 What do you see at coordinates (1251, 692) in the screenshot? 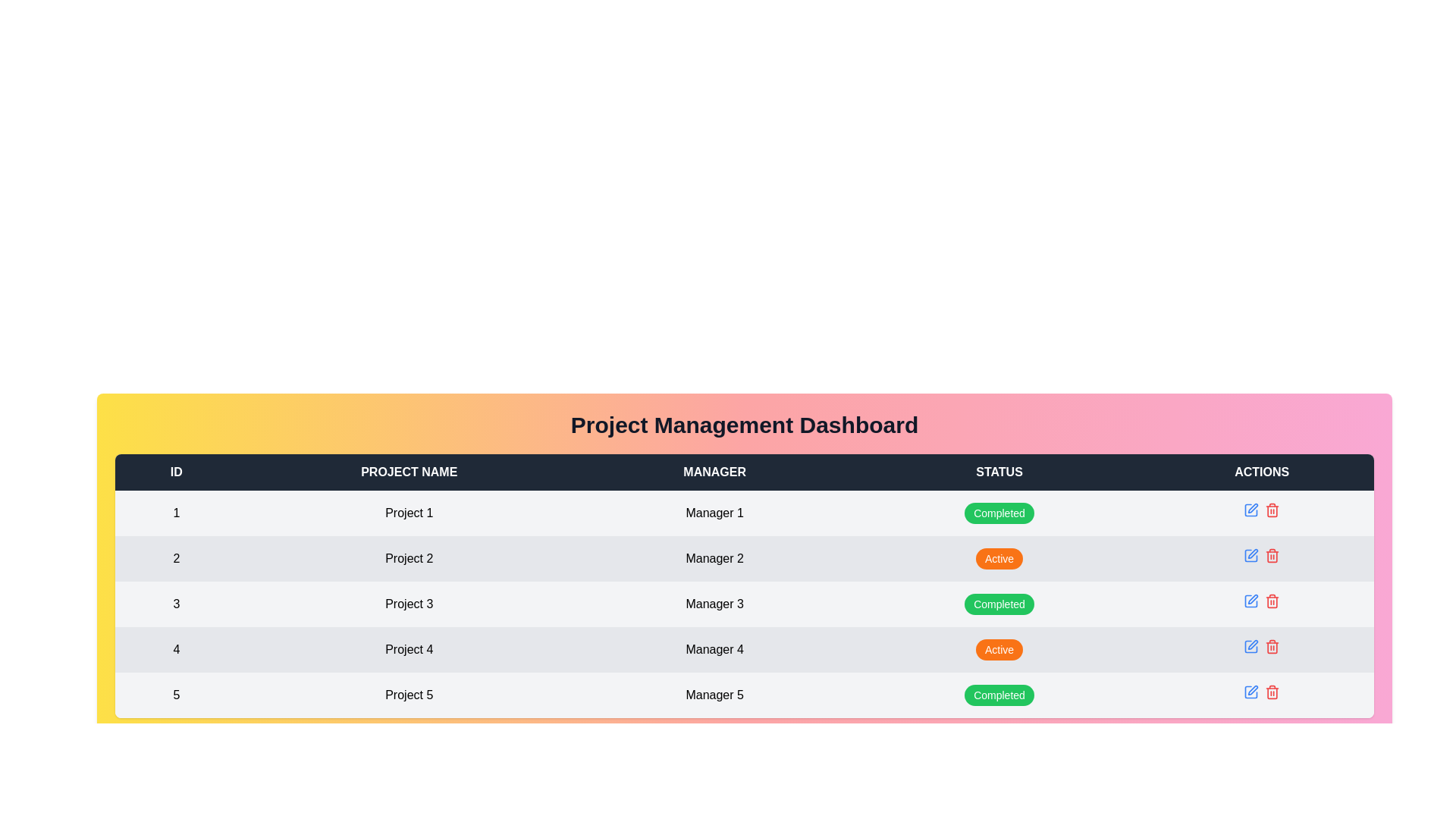
I see `the icon button located in the last row of the table under the 'Actions' column, which is positioned to the left of the red trash bin icon, to initiate an action` at bounding box center [1251, 692].